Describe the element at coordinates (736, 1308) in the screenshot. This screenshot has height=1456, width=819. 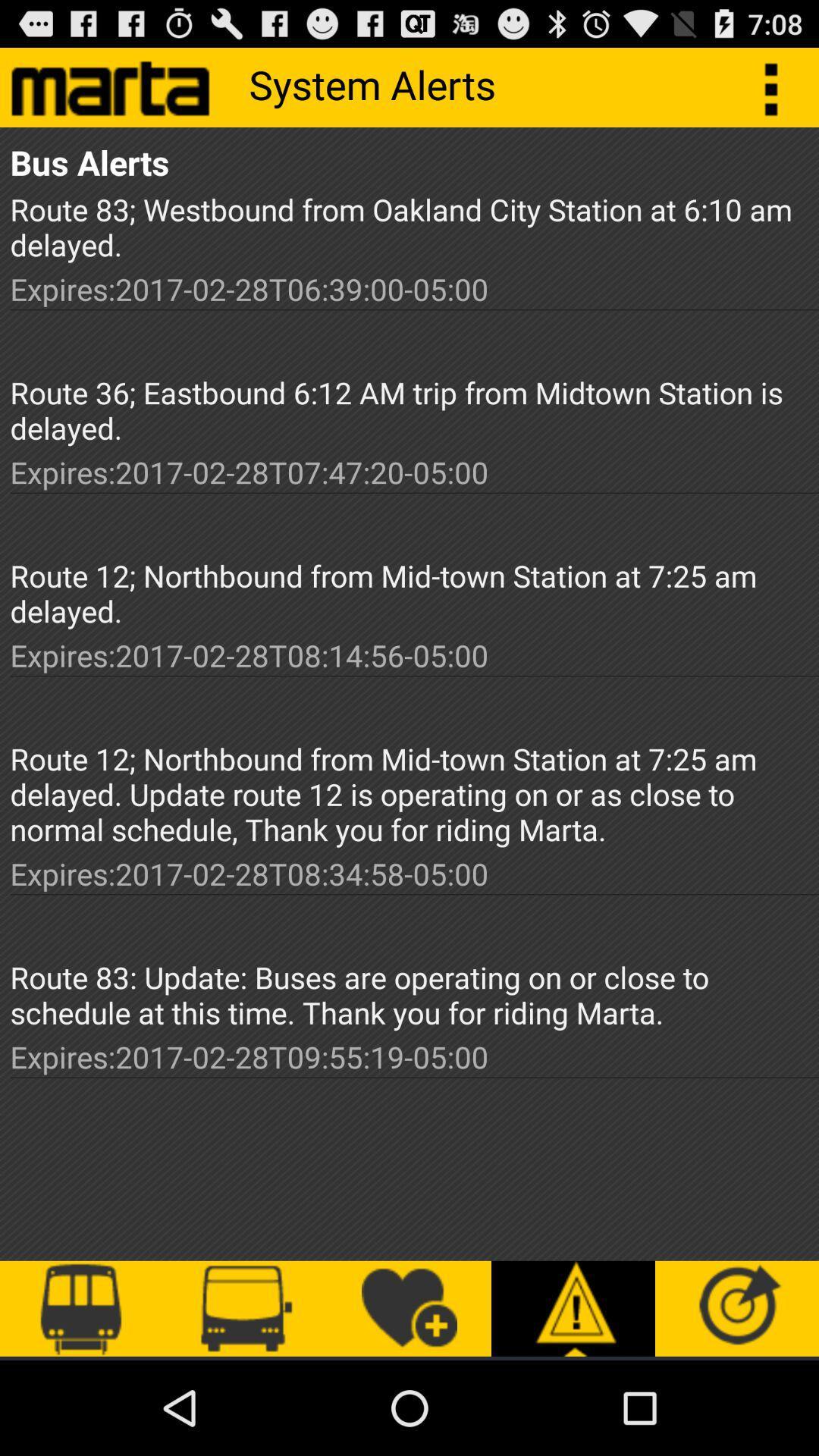
I see `the icon bottom of right corner` at that location.